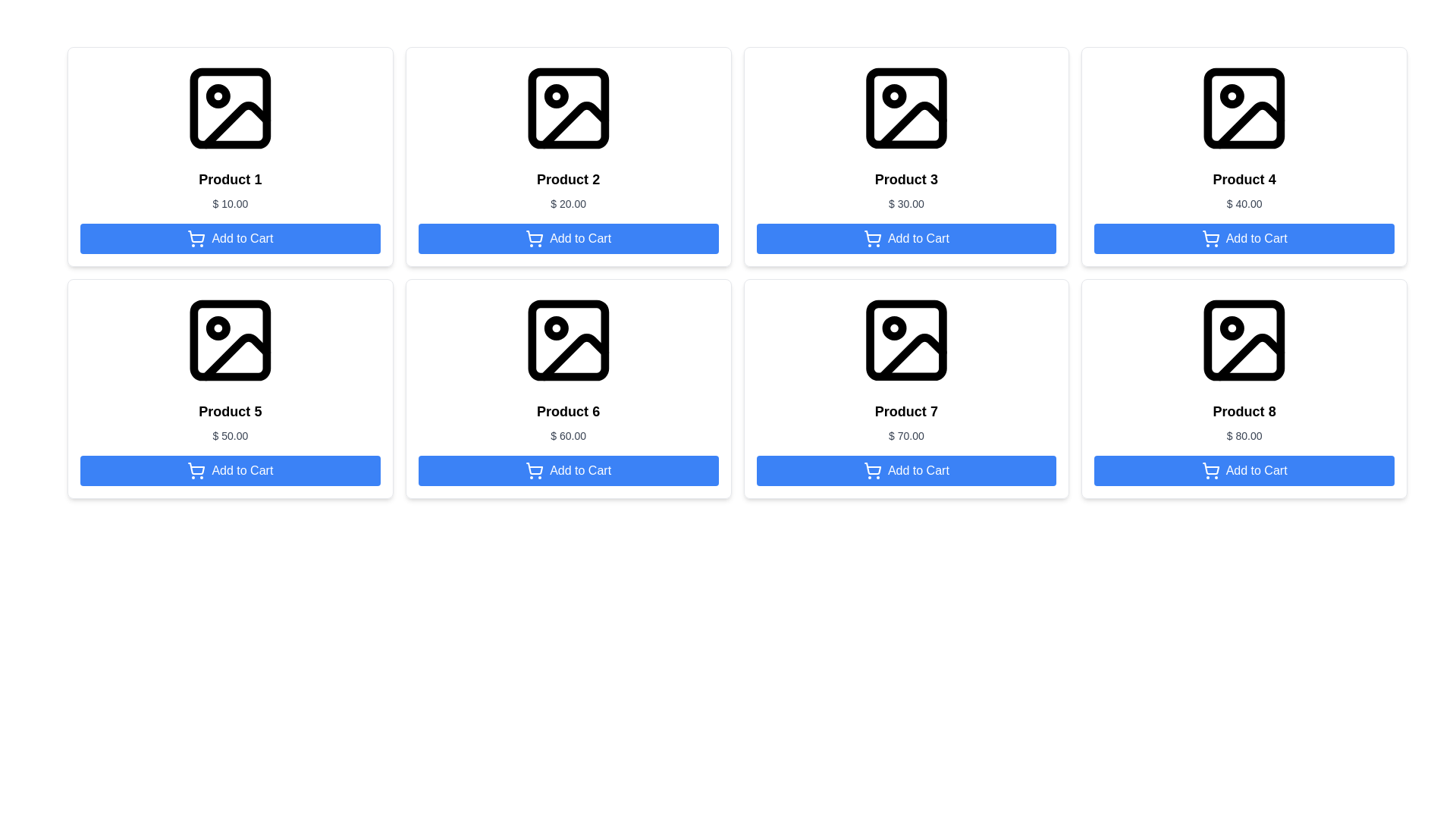 This screenshot has width=1456, height=819. I want to click on displayed price '$ 70.00' from the text display located beneath the title 'Product 7' and above the 'Add to Cart' button, so click(906, 435).